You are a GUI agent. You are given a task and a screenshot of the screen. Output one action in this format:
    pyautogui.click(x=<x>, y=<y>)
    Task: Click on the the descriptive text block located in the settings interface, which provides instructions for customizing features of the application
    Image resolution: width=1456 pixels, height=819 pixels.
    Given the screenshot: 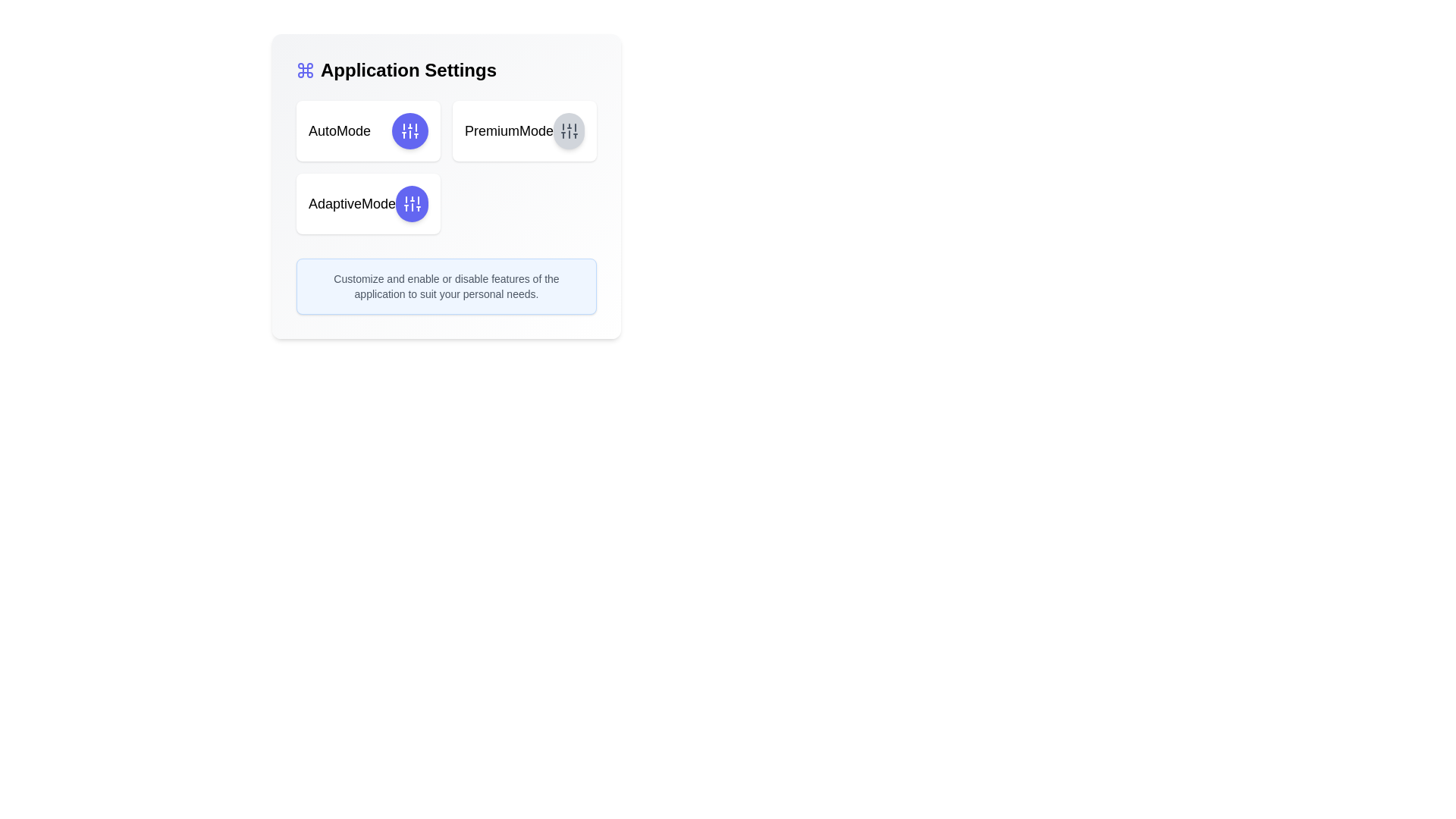 What is the action you would take?
    pyautogui.click(x=446, y=287)
    